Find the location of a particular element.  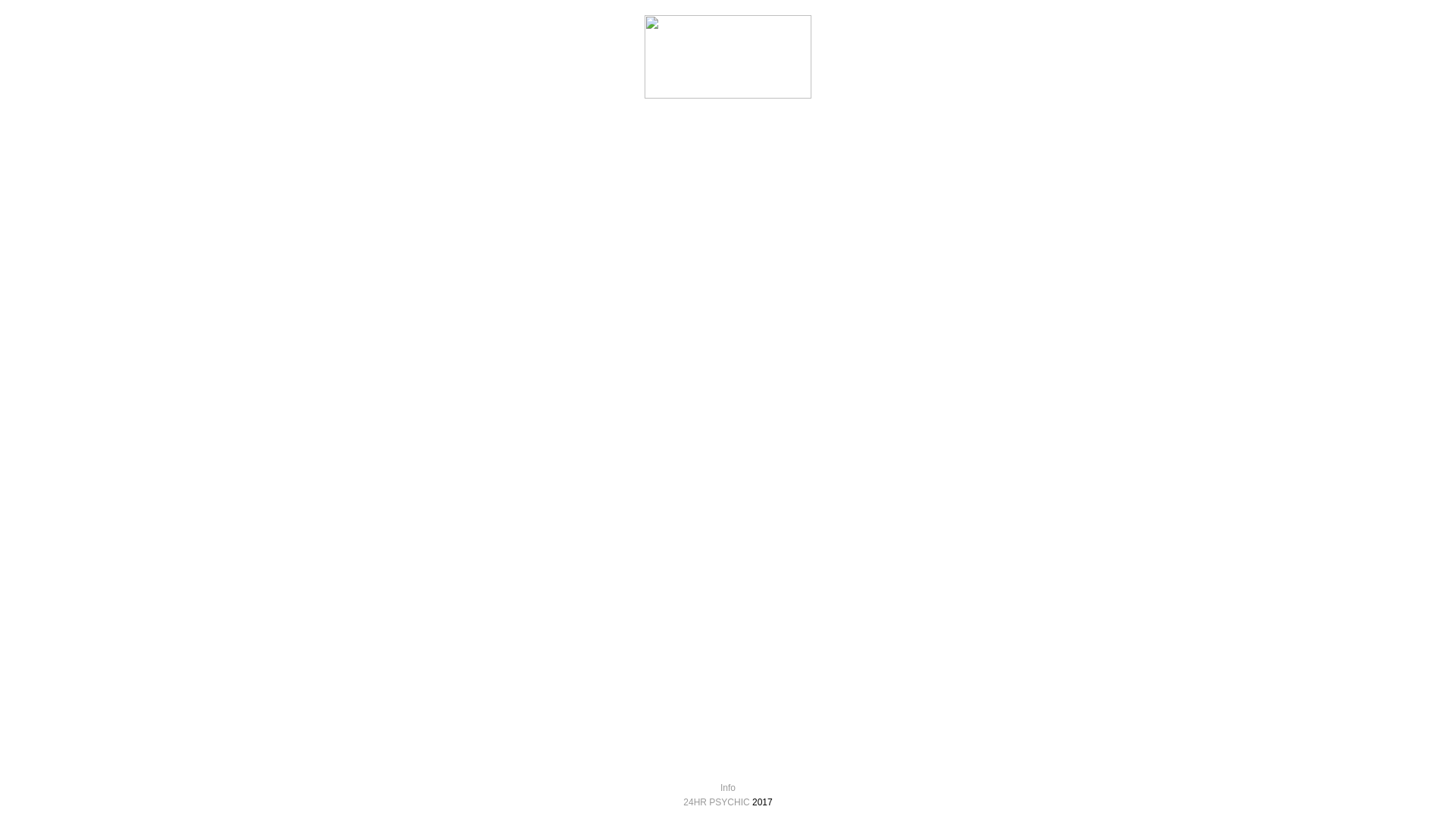

'Info' is located at coordinates (728, 786).